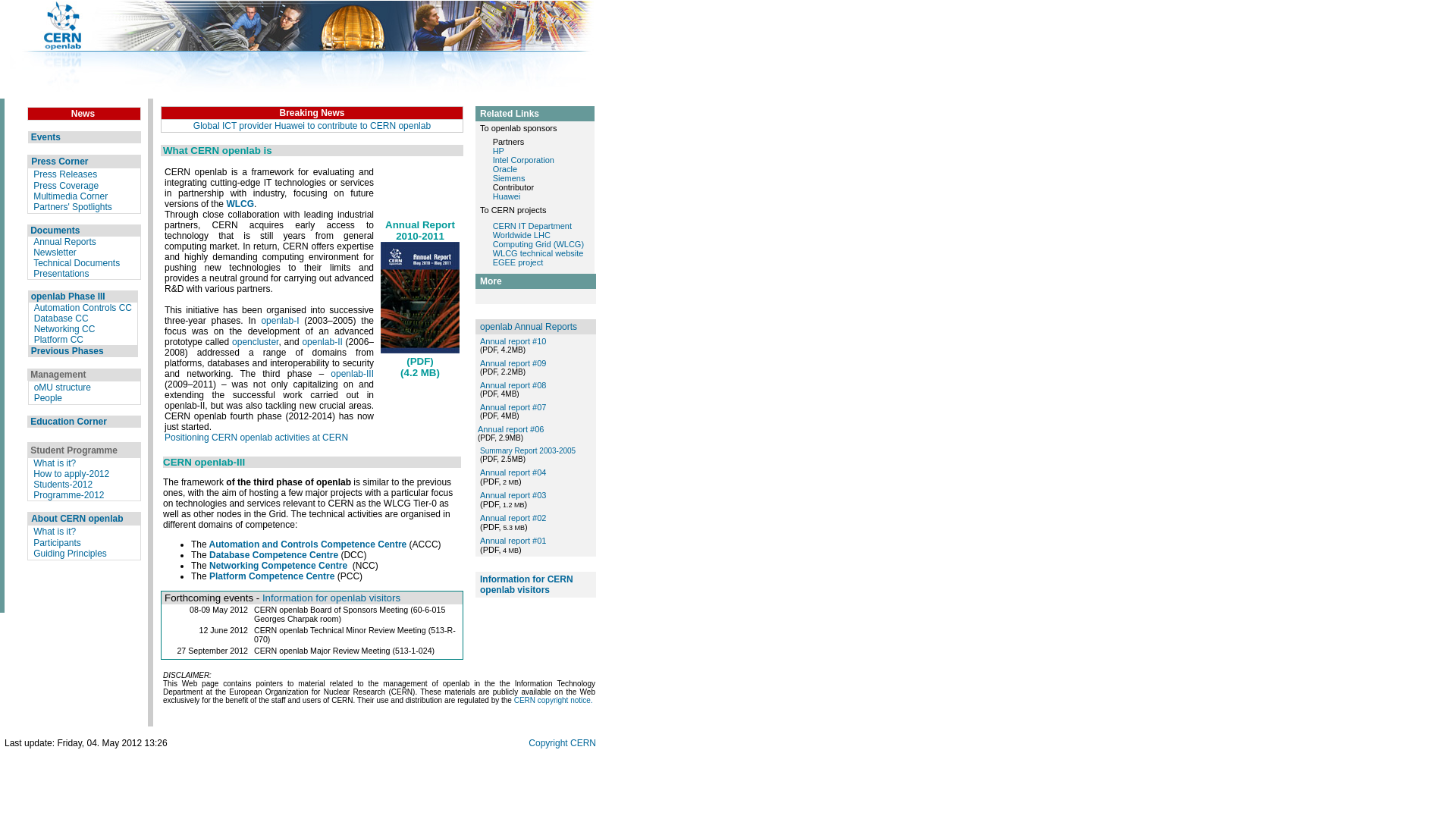 The width and height of the screenshot is (1456, 819). Describe the element at coordinates (64, 328) in the screenshot. I see `'Networking CC'` at that location.